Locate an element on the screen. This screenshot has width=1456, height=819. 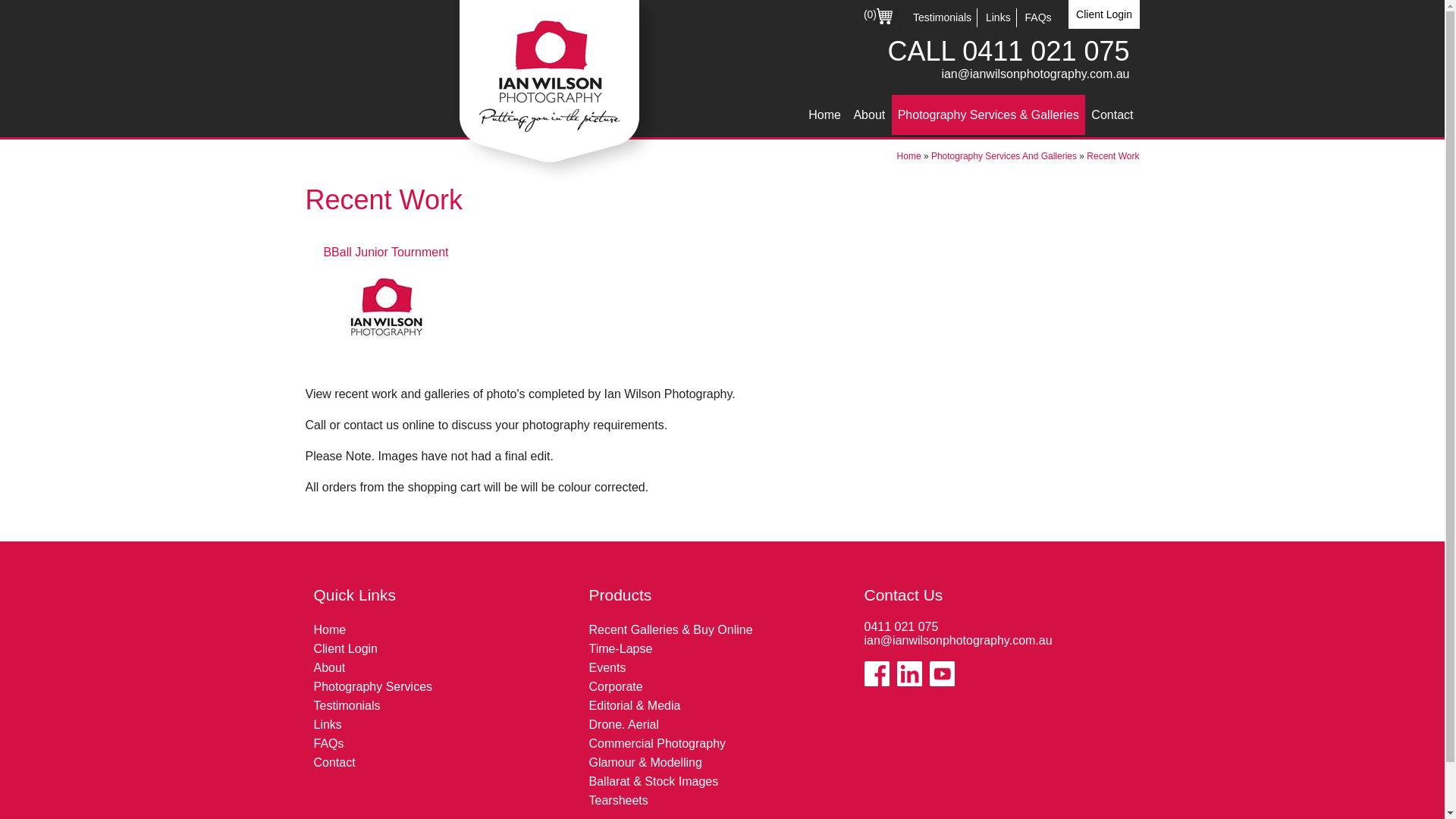
'Recent Galleries & Buy Online' is located at coordinates (588, 629).